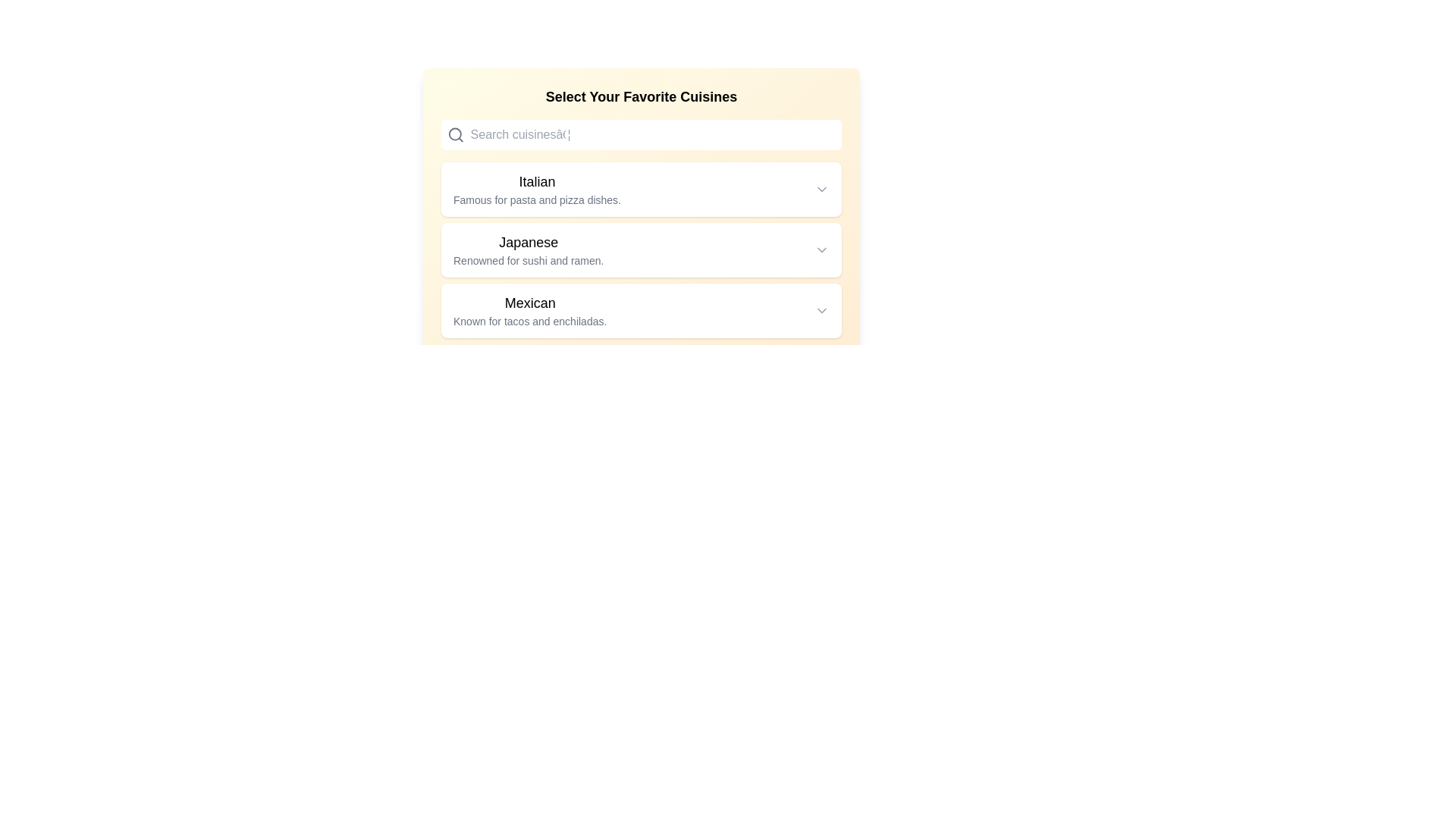 The width and height of the screenshot is (1456, 819). I want to click on the text label that reads 'Famous for pasta and pizza dishes.' which is styled as subtext below the main heading 'Italian', so click(537, 199).